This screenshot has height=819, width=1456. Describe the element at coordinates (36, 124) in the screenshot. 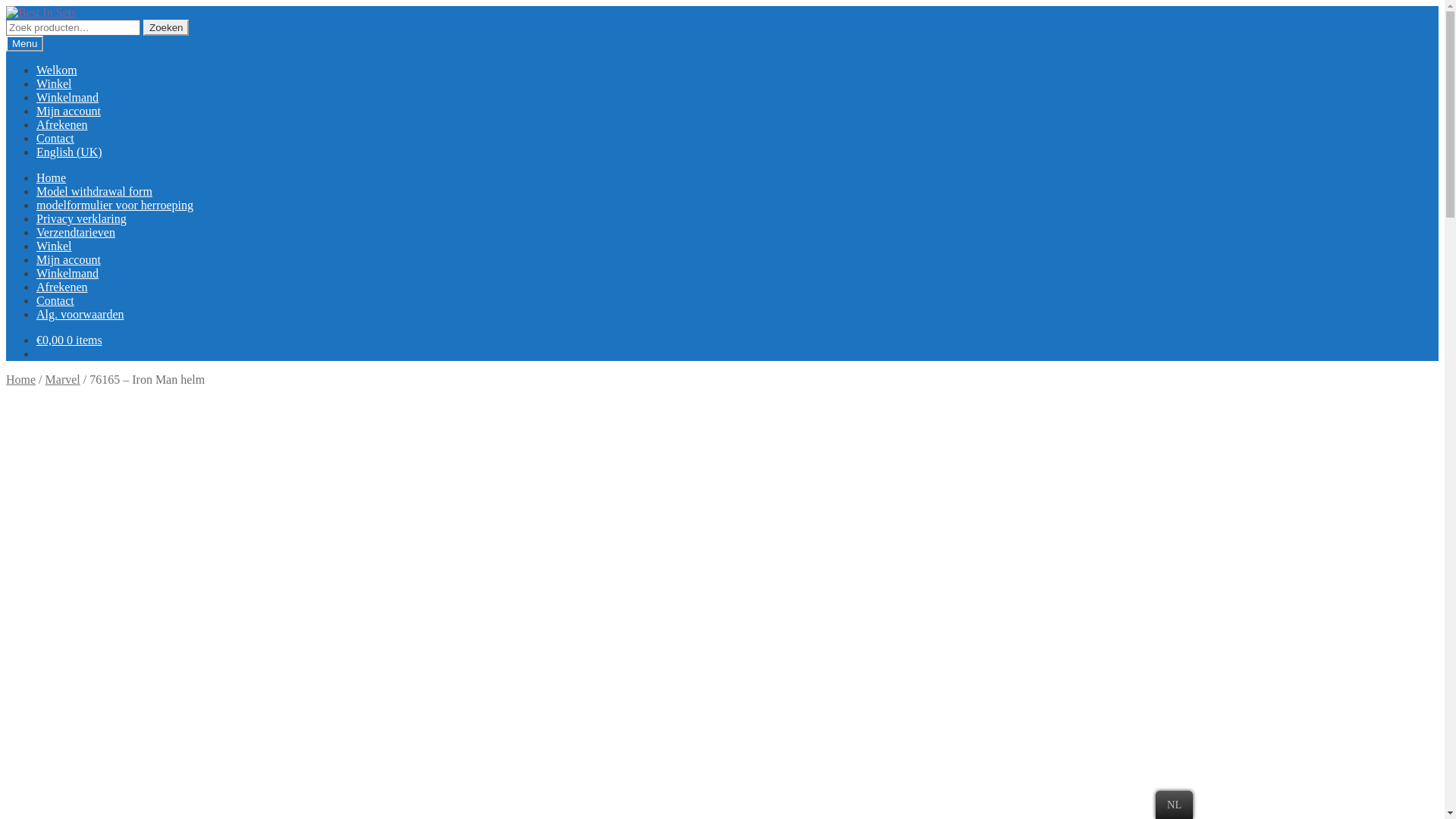

I see `'Afrekenen'` at that location.